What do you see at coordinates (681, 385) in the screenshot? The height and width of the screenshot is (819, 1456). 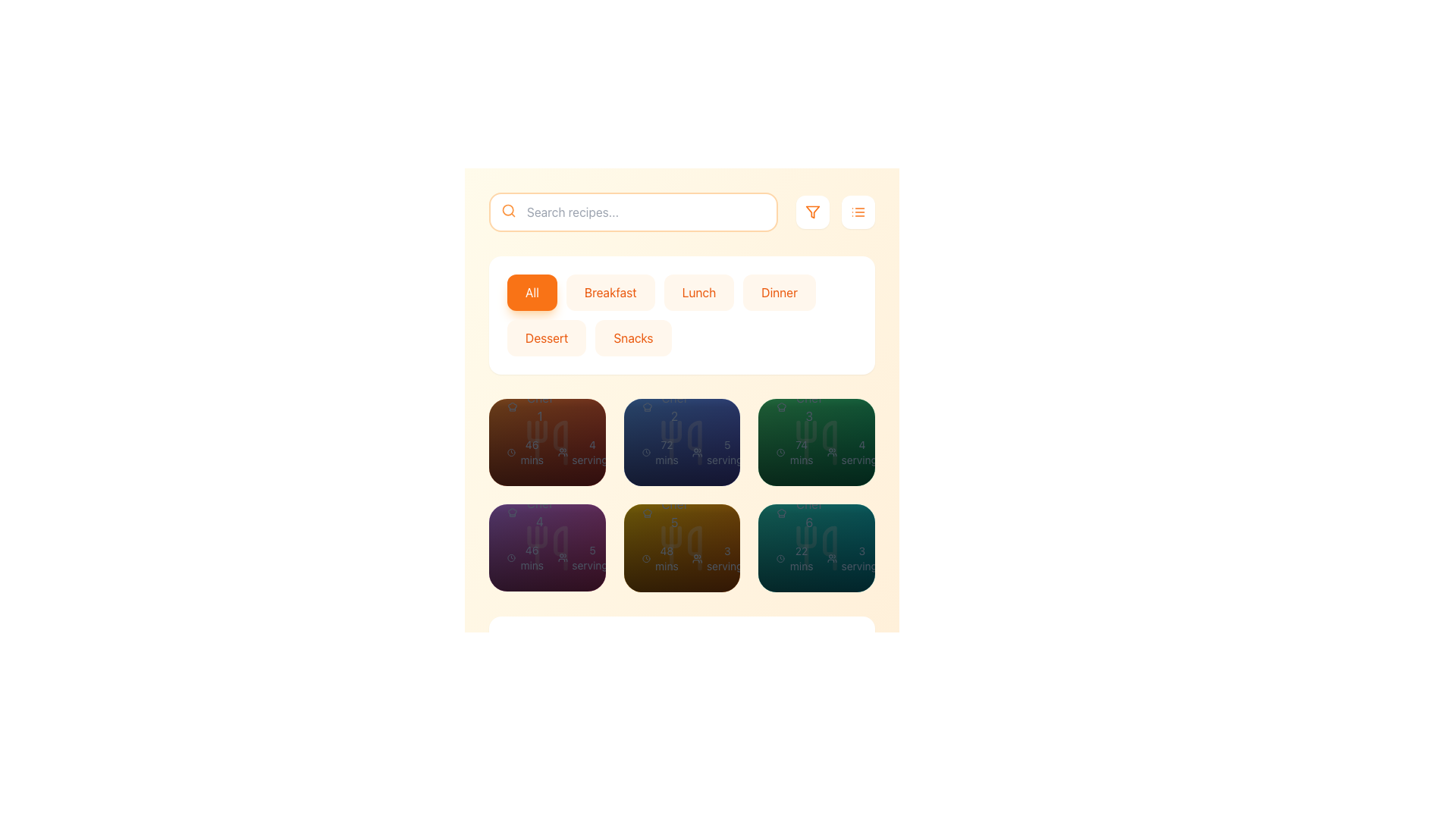 I see `the recipe overview element that displays the title, associated chef, and average rating, located in the first row of recipe tiles under the 'Snacks' filter button, specifically in the middle column` at bounding box center [681, 385].